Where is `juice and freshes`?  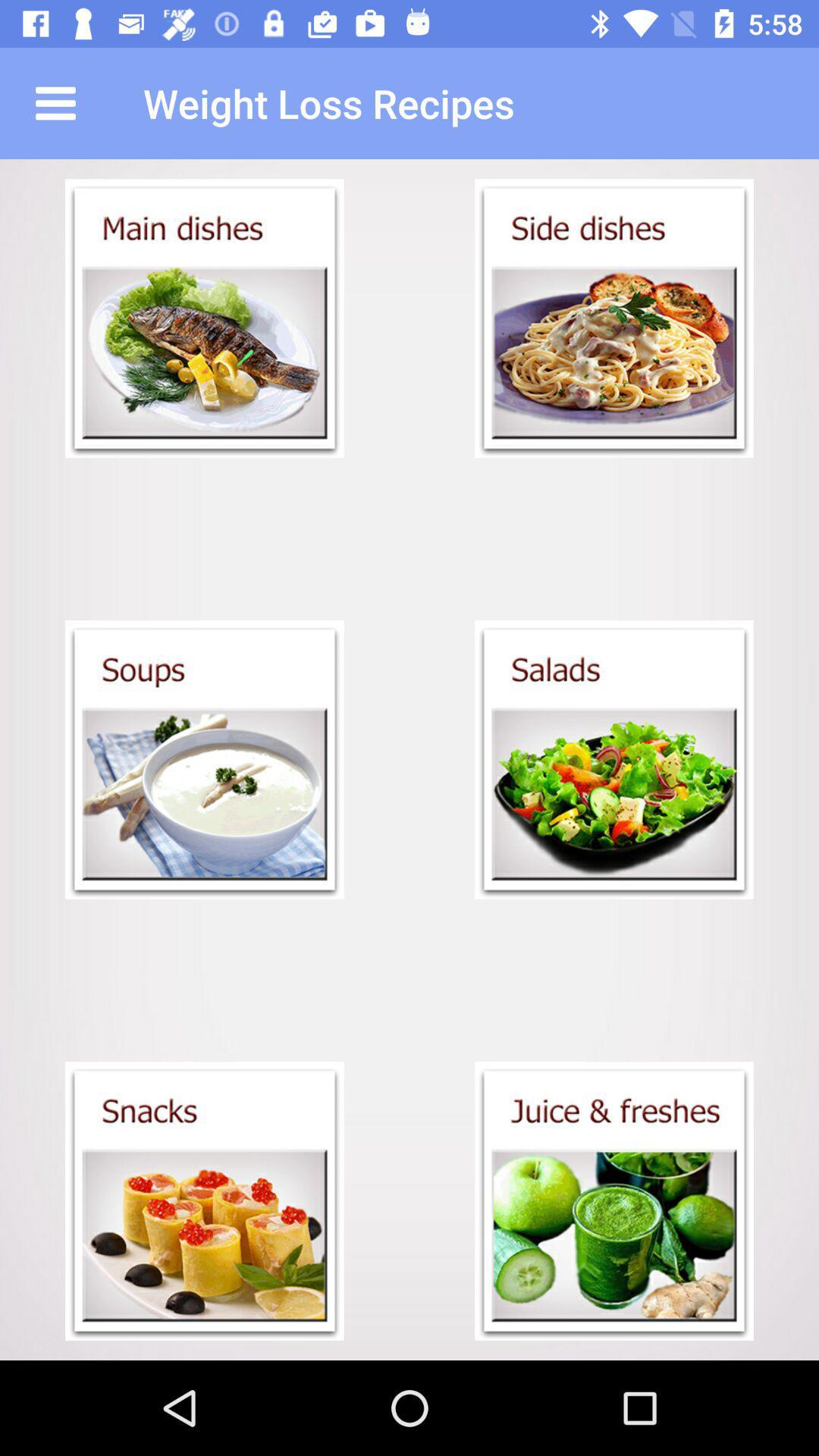 juice and freshes is located at coordinates (614, 1200).